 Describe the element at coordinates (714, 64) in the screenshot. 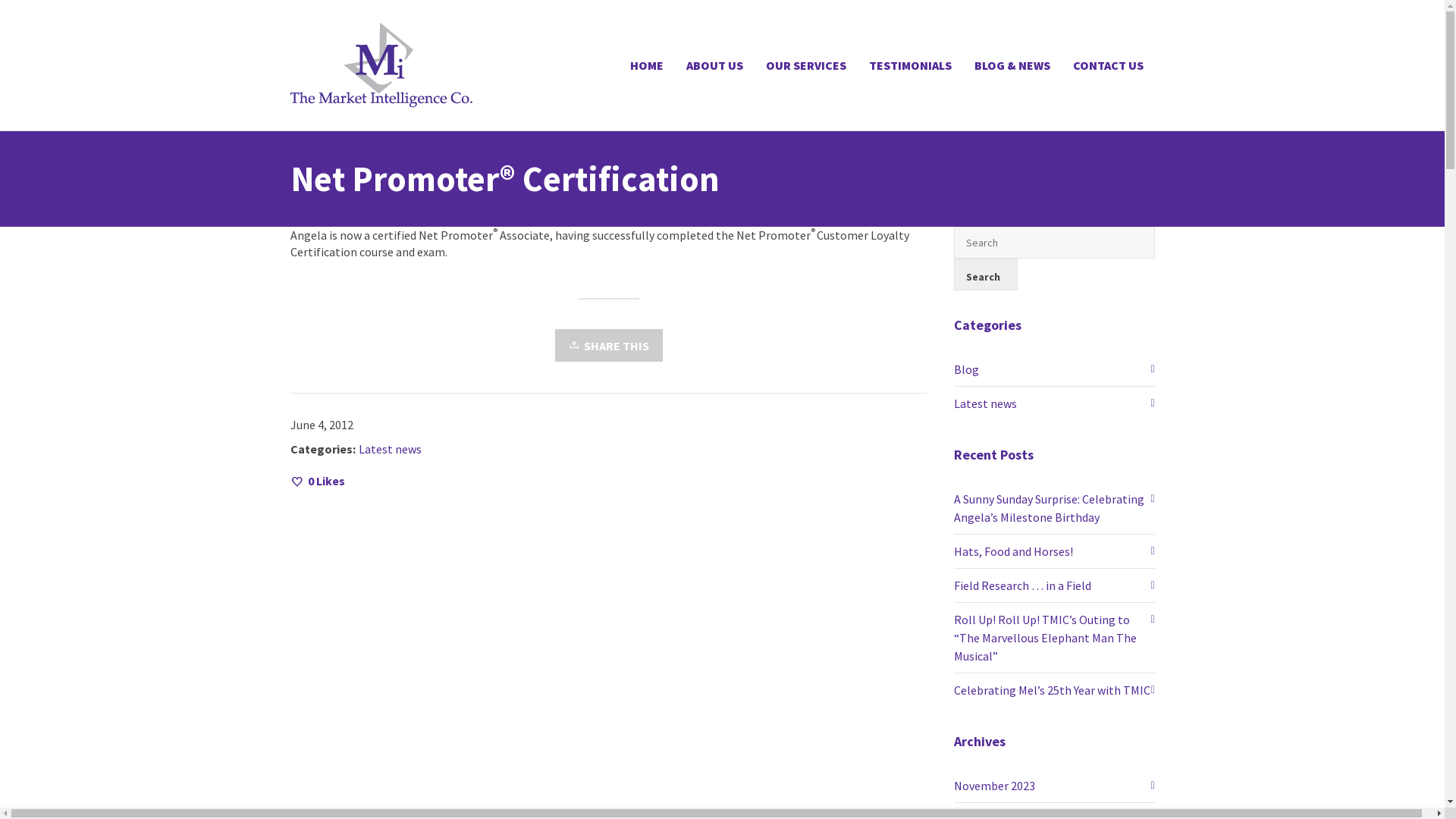

I see `'ABOUT US'` at that location.